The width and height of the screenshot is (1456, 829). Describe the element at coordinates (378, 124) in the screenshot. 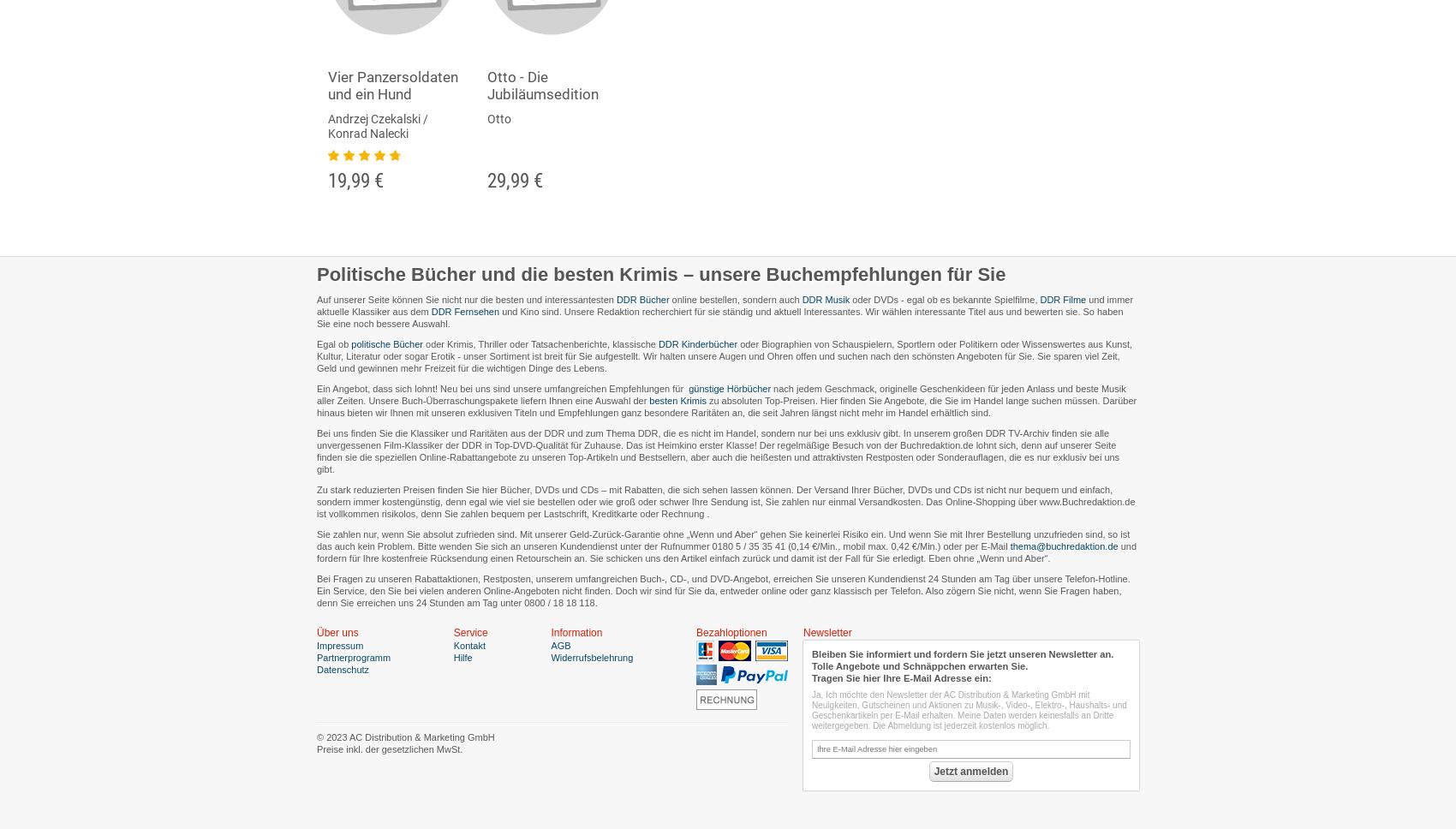

I see `'Andrzej Czekalski / Konrad Nalecki'` at that location.